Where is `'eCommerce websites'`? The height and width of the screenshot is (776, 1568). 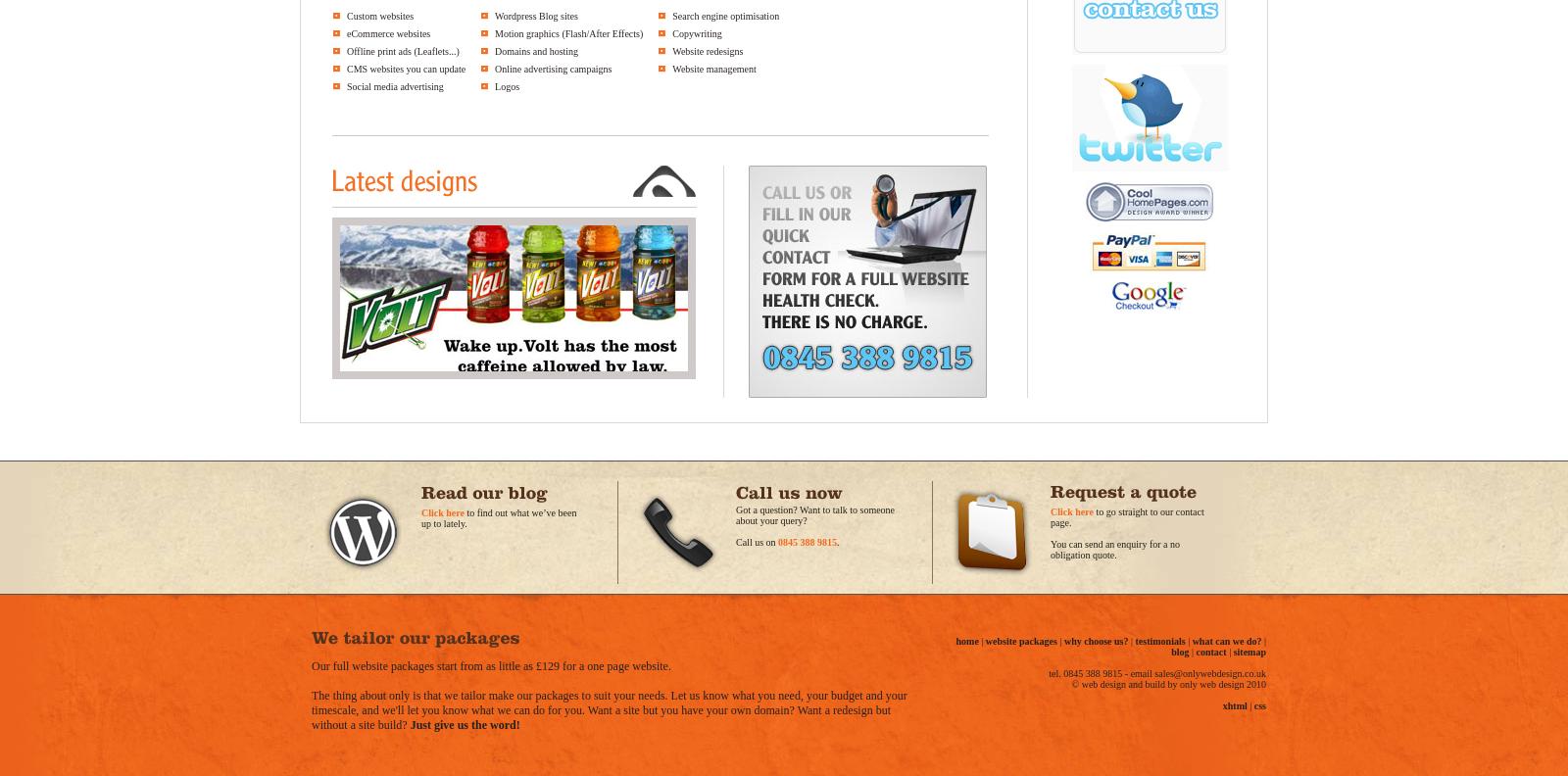
'eCommerce websites' is located at coordinates (388, 32).